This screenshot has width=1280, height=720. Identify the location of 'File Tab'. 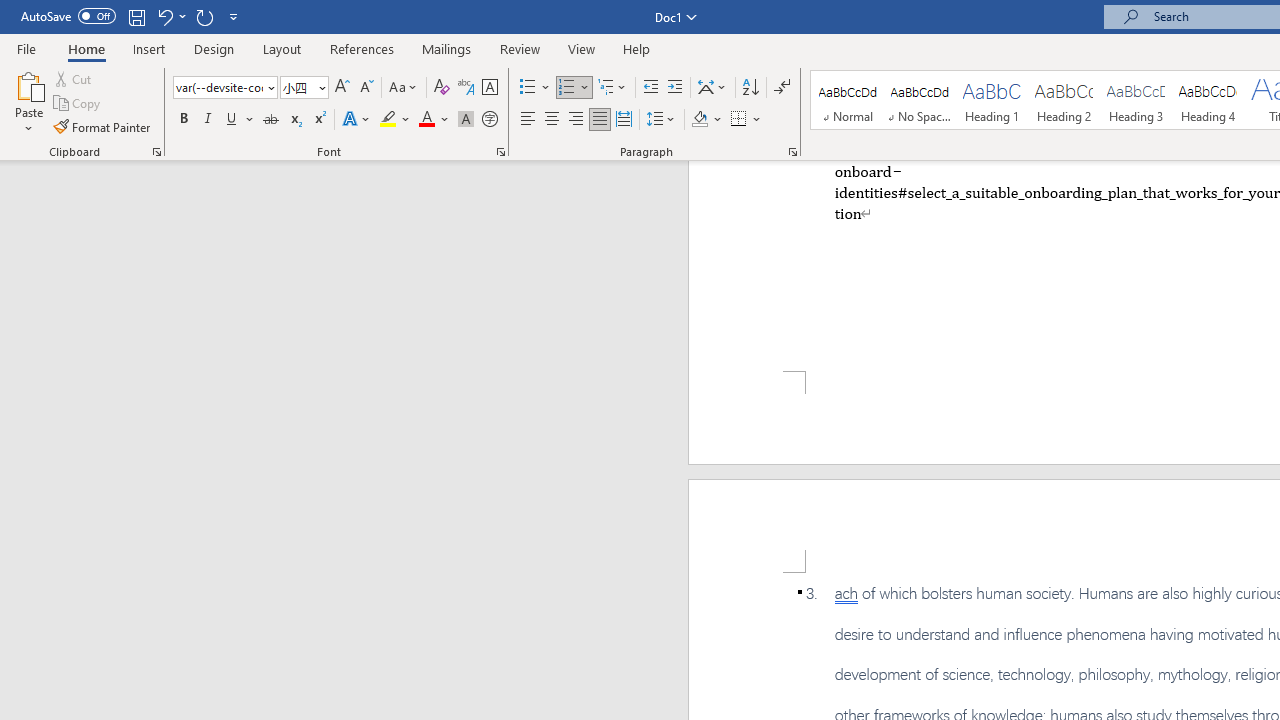
(26, 47).